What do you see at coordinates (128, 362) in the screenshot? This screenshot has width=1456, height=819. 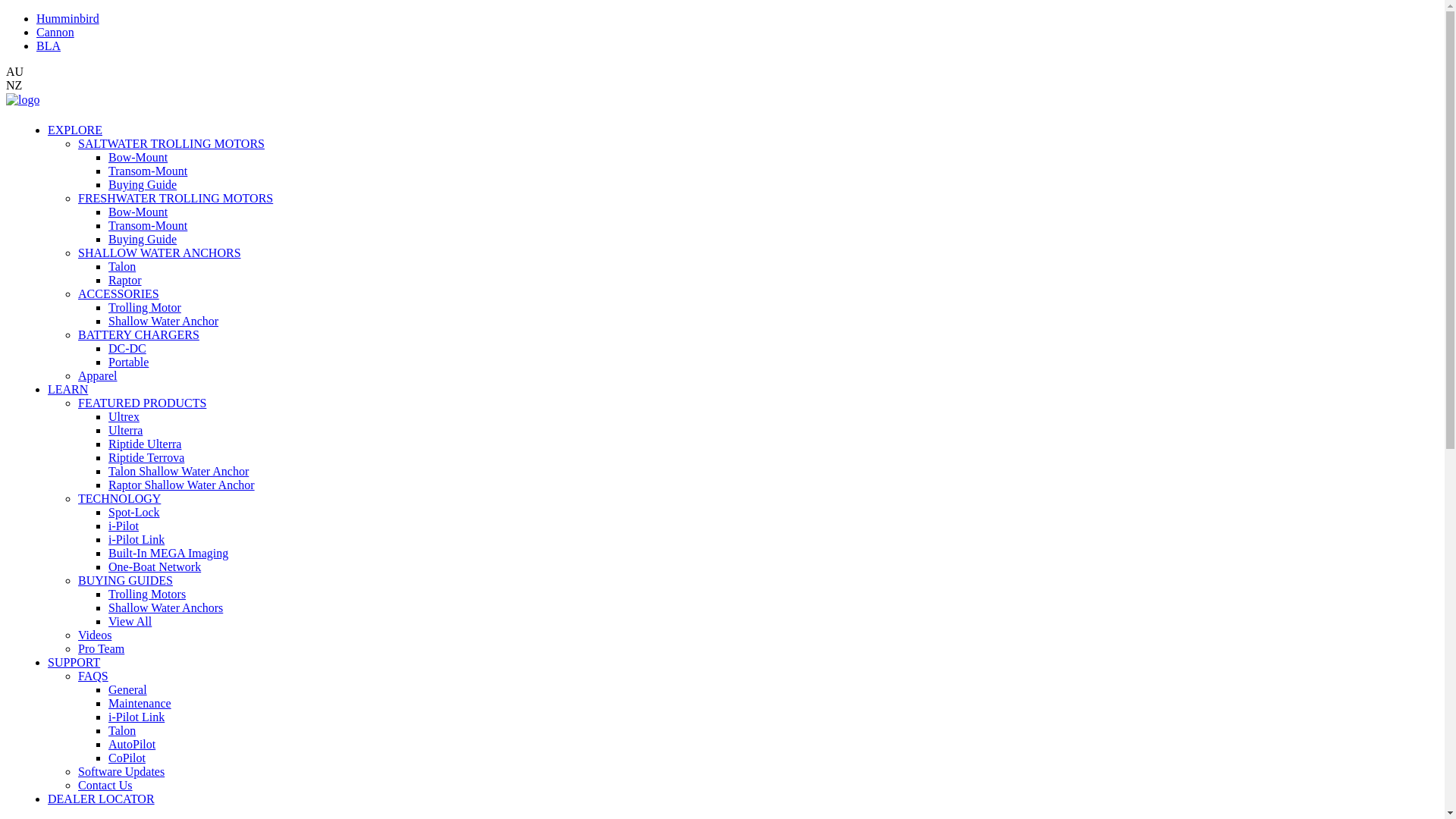 I see `'Portable'` at bounding box center [128, 362].